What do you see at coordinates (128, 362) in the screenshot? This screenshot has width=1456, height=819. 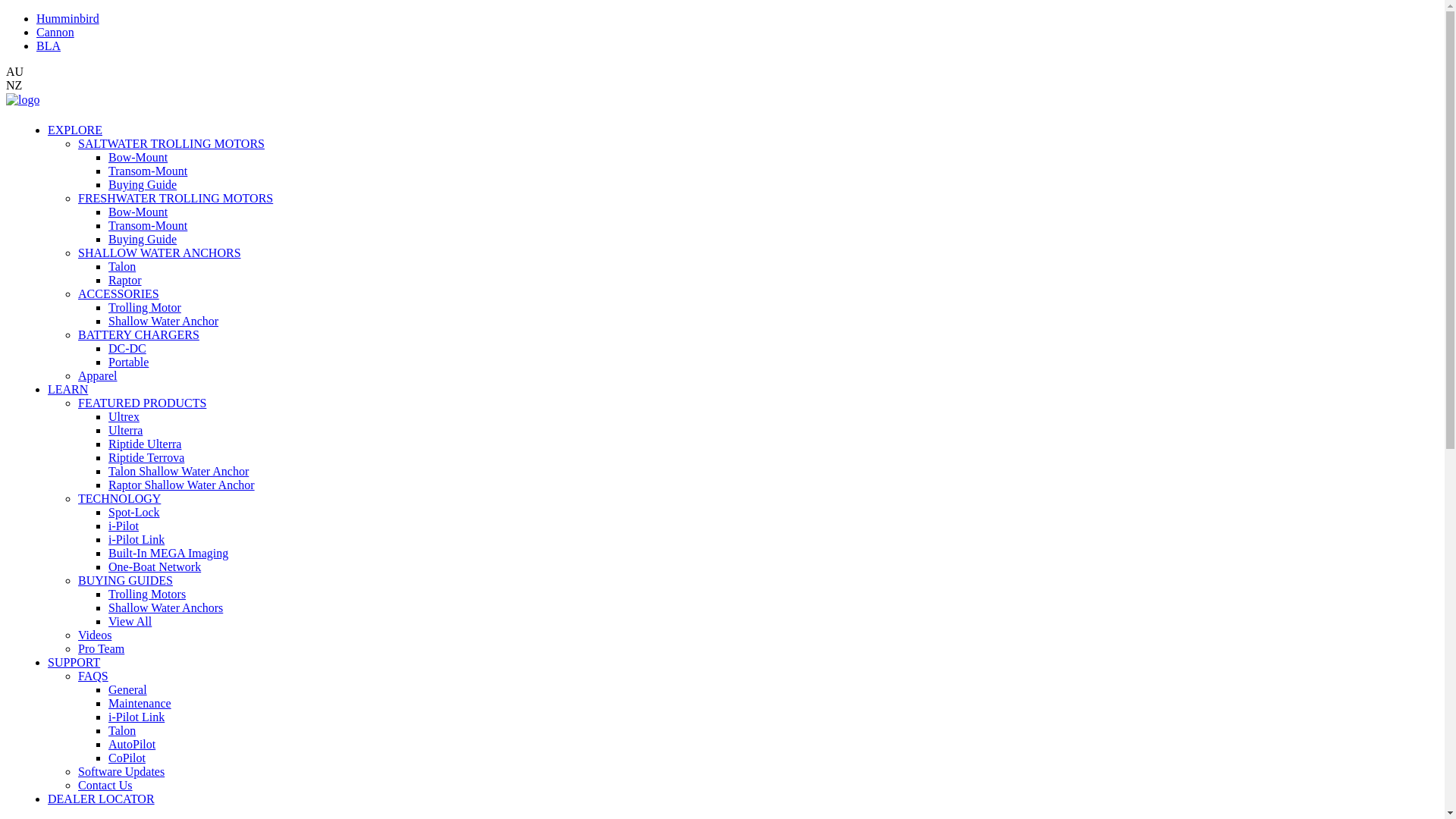 I see `'Portable'` at bounding box center [128, 362].